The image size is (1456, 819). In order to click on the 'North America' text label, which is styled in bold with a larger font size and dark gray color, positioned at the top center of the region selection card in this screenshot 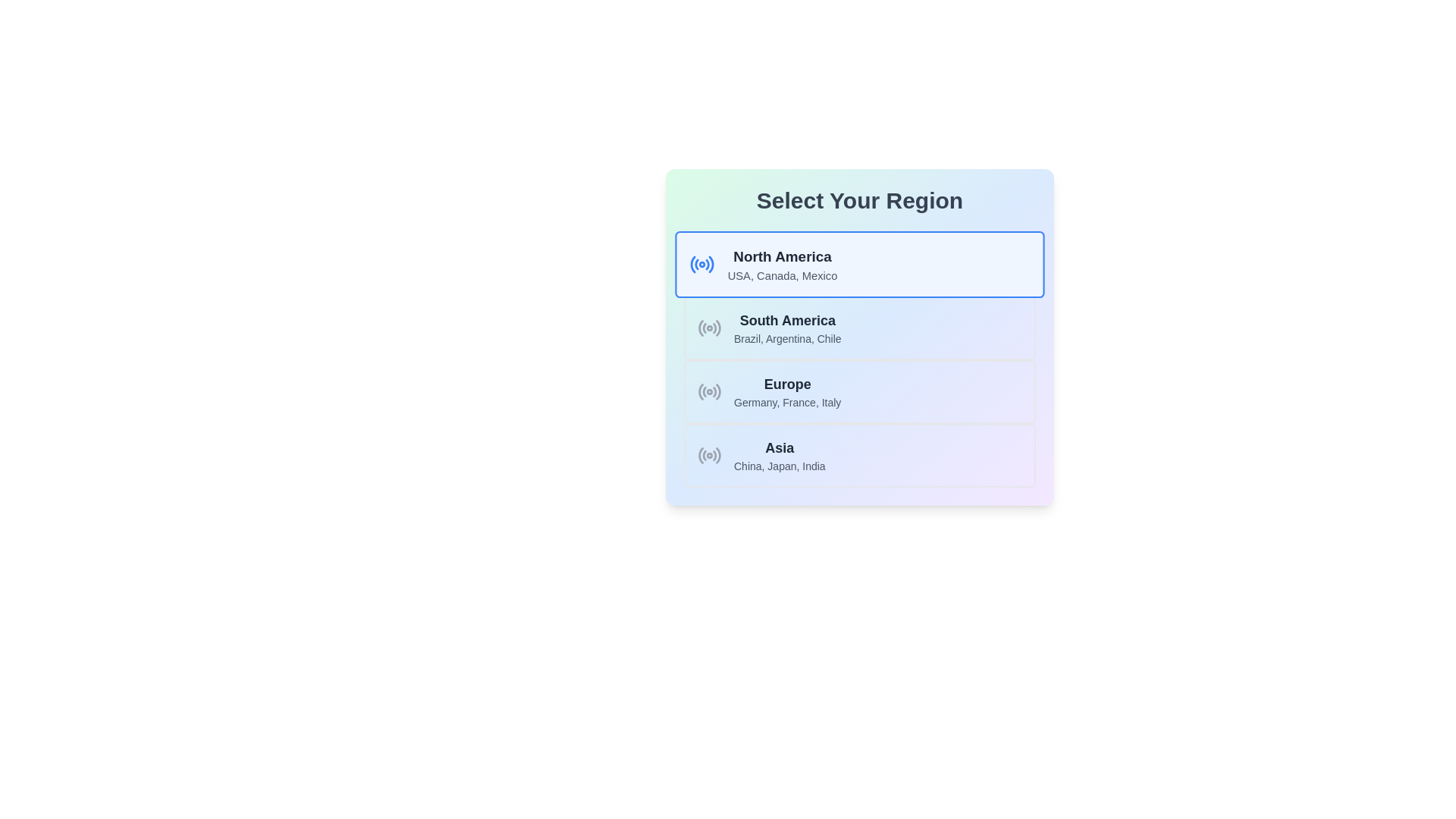, I will do `click(783, 256)`.